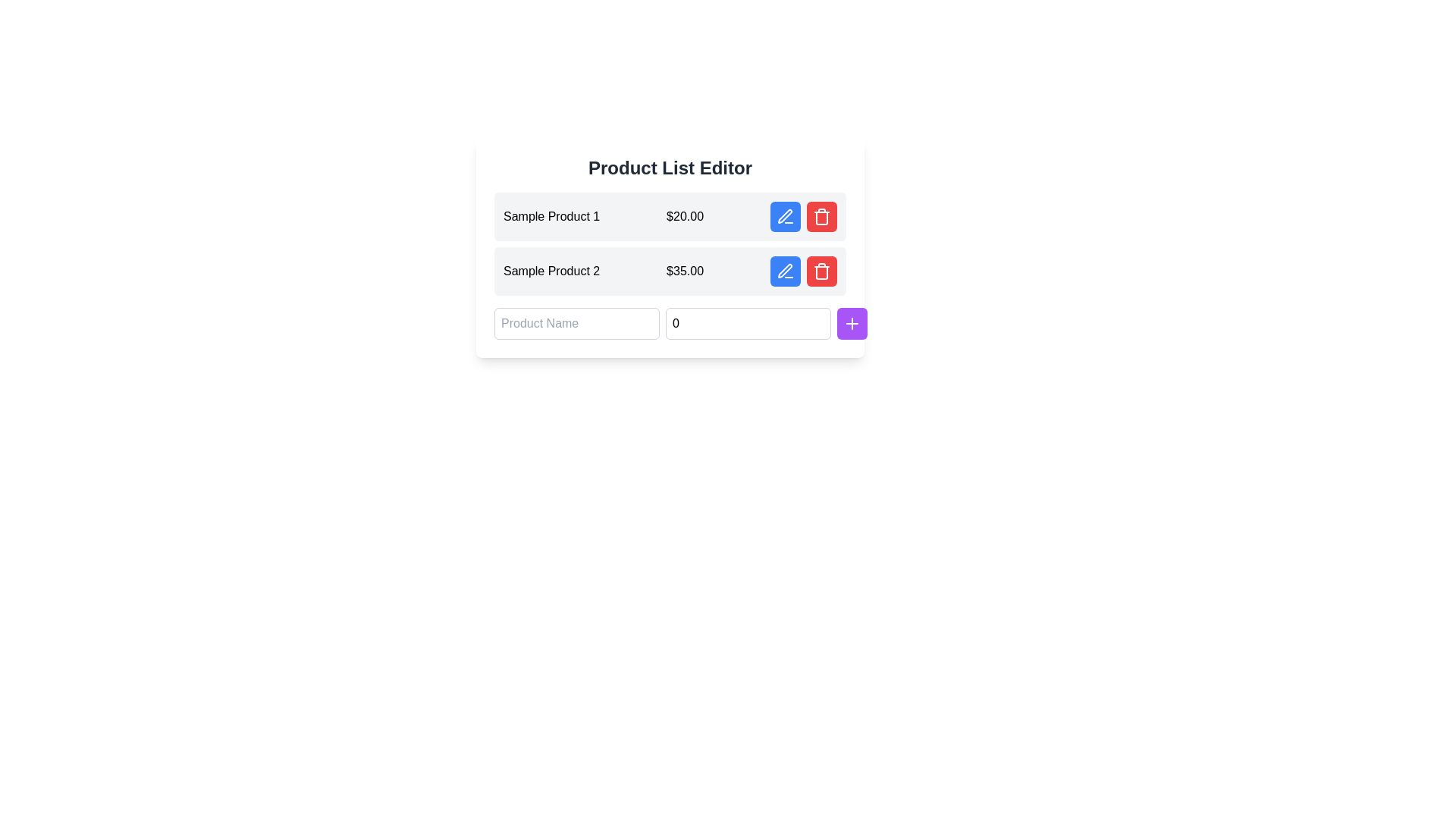 The height and width of the screenshot is (819, 1456). I want to click on the small square-shaped button with a red background and a white trash bin icon located in the second row of the product list, rightmost column, to trigger a hover effect, so click(821, 271).